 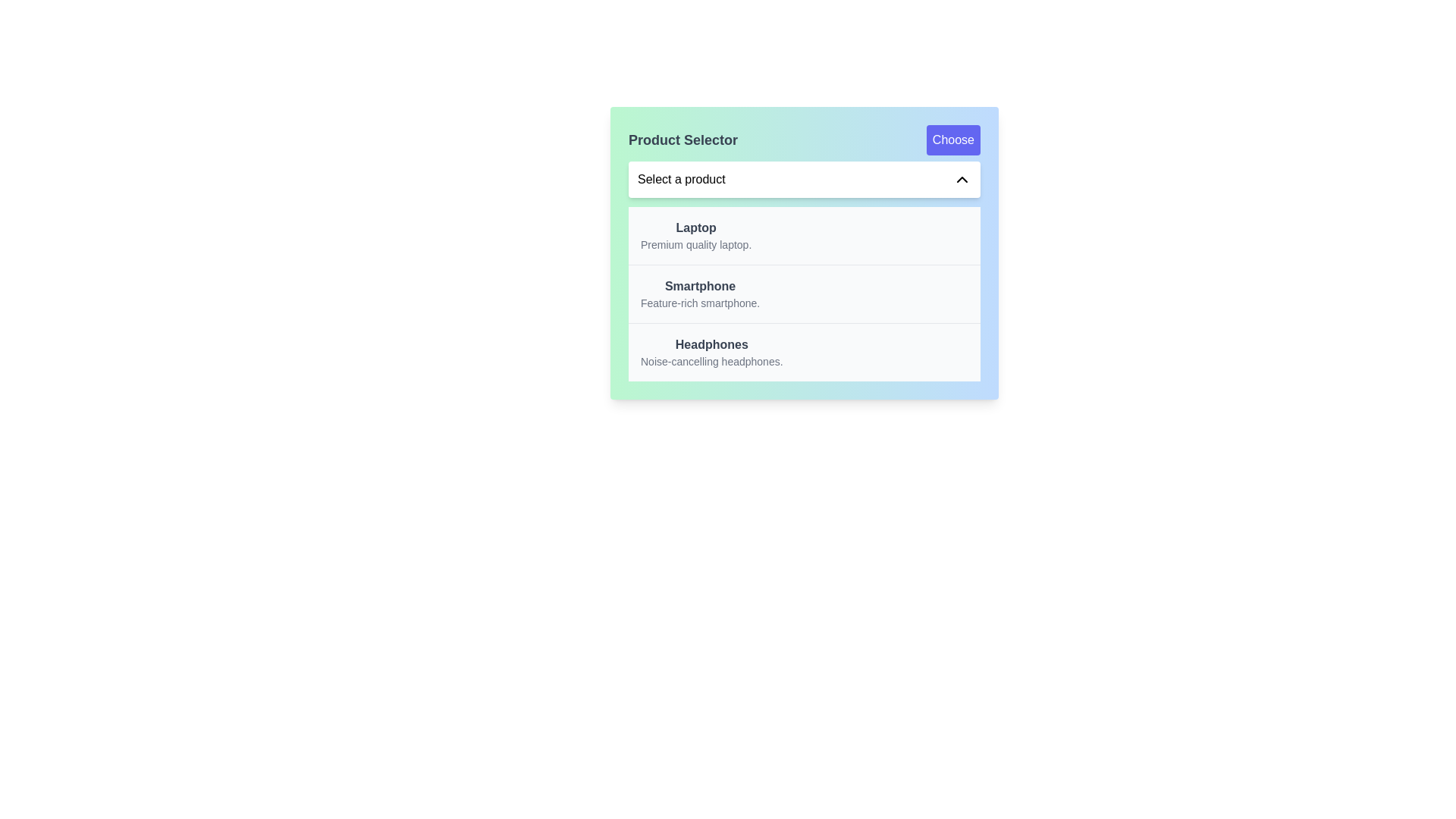 What do you see at coordinates (695, 236) in the screenshot?
I see `the selectable product category text block labeled 'Laptop' with a description 'Premium quality laptop.' which is the first item in the list of product options` at bounding box center [695, 236].